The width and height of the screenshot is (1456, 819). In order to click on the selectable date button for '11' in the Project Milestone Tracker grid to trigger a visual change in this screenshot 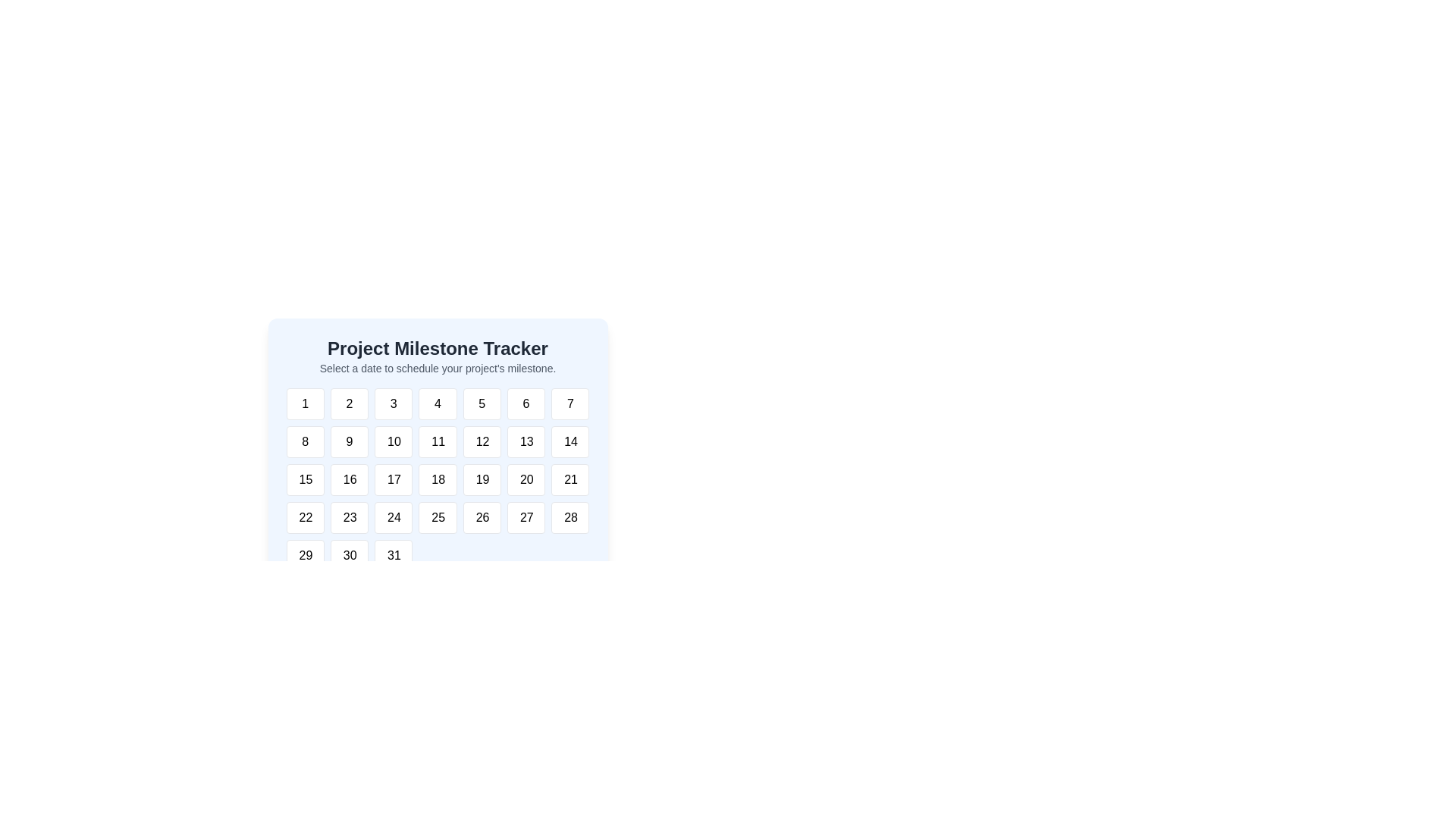, I will do `click(437, 441)`.